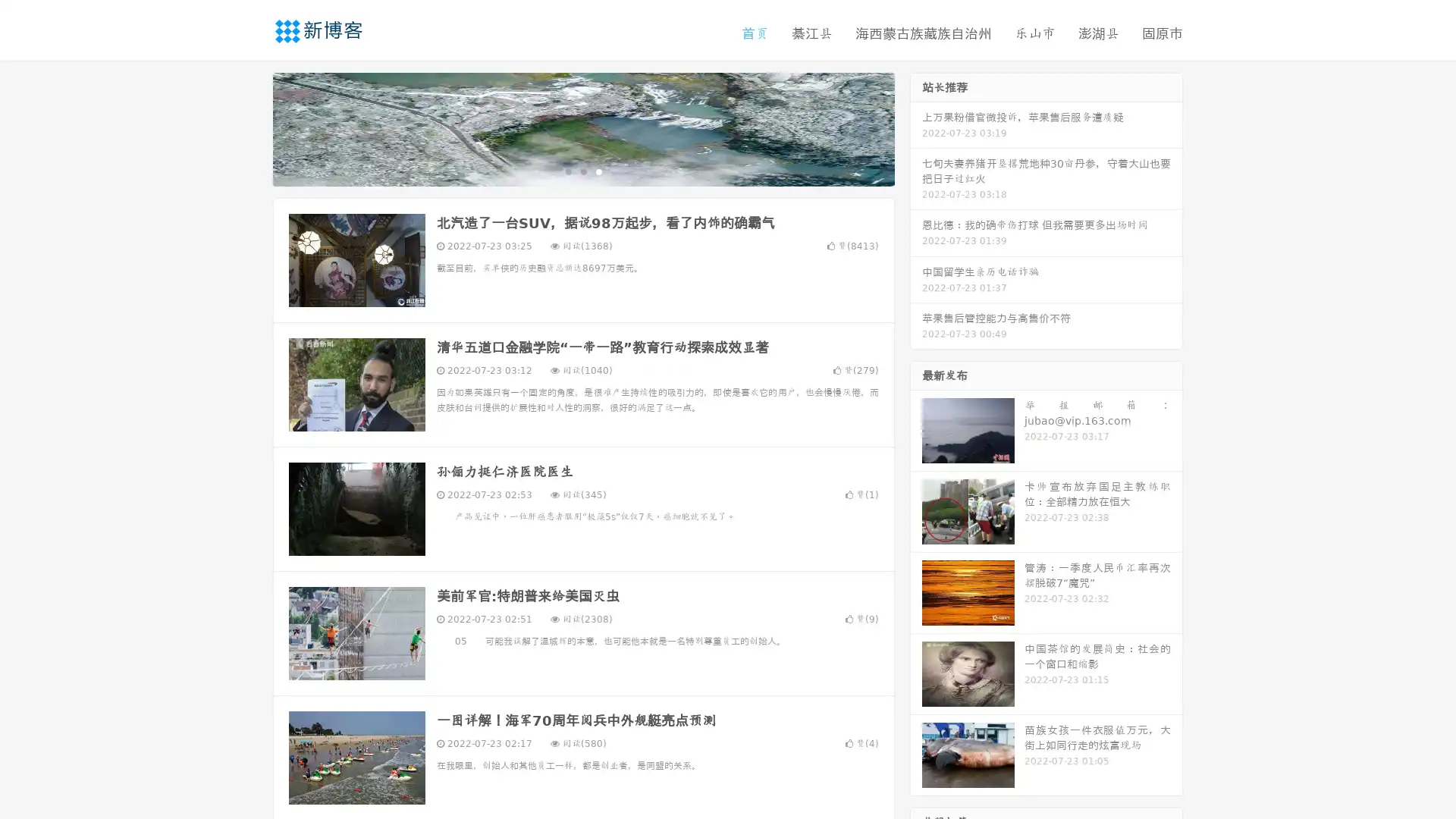  Describe the element at coordinates (582, 171) in the screenshot. I see `Go to slide 2` at that location.